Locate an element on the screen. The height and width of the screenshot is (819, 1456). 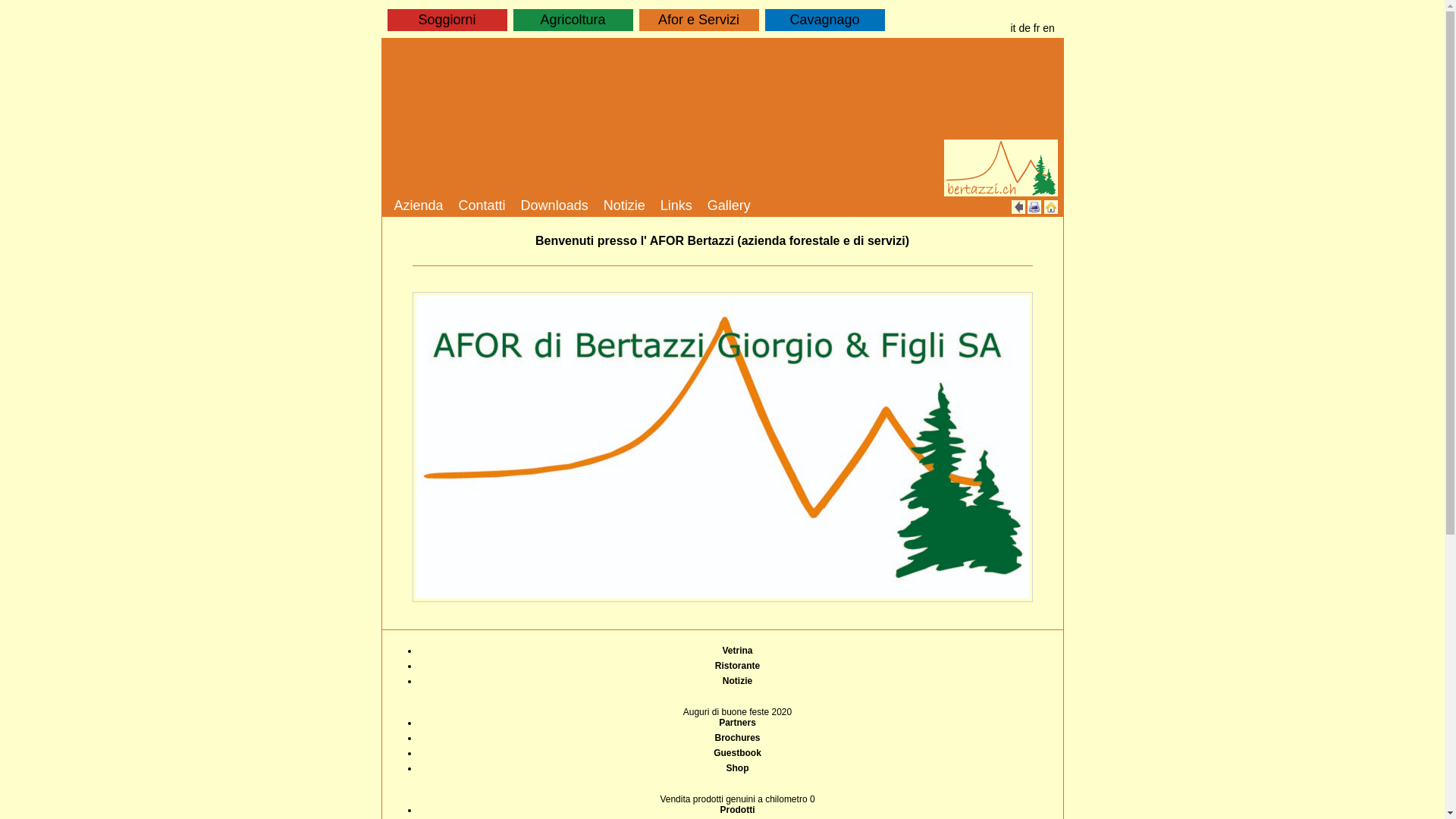
'Agricoltura' is located at coordinates (571, 20).